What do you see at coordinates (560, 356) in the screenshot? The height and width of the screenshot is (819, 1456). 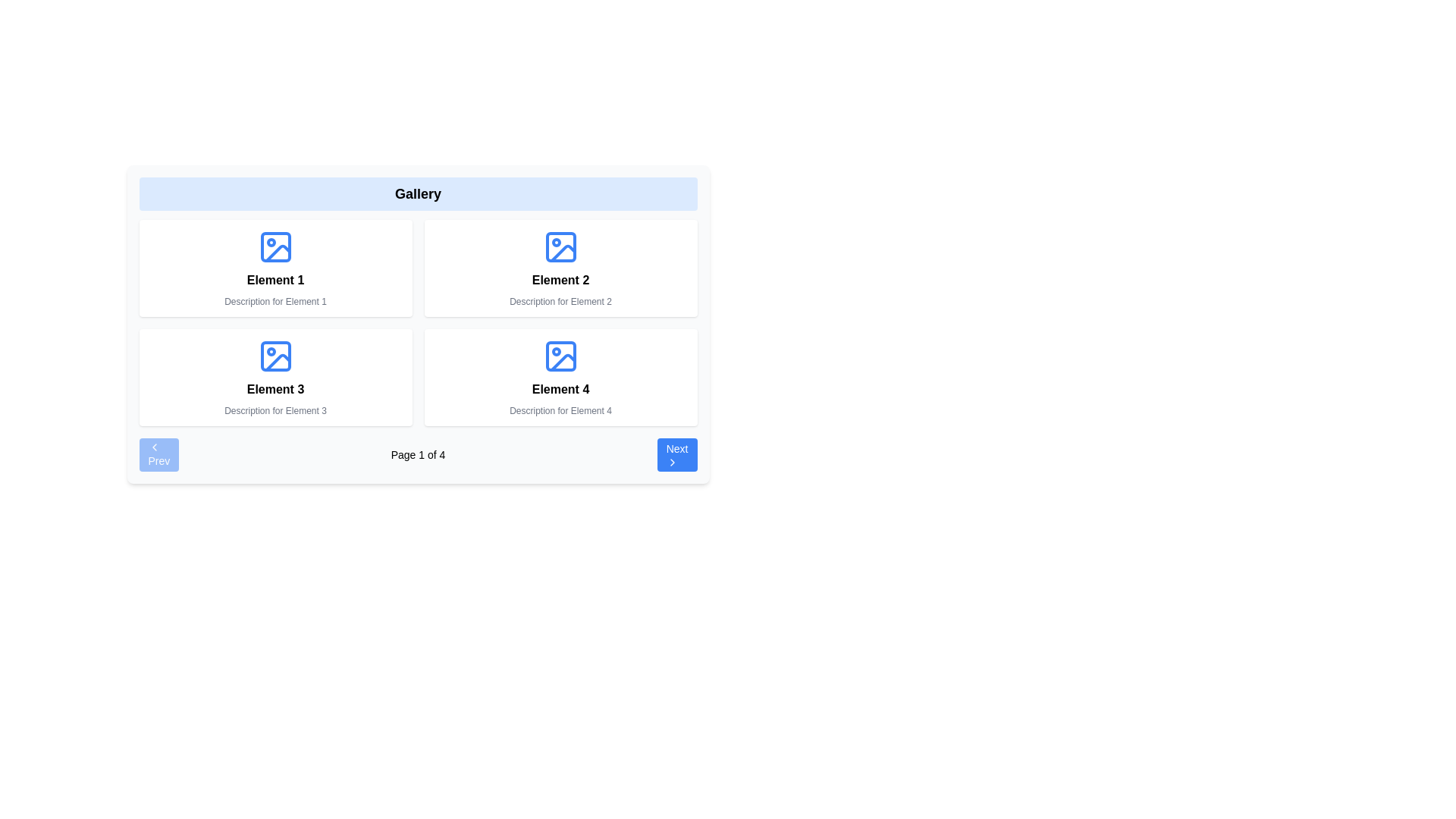 I see `the graphical decoration embedded within the SVG-based image icon of 'Element 4', located in the bottom-right slot of the grid layout` at bounding box center [560, 356].